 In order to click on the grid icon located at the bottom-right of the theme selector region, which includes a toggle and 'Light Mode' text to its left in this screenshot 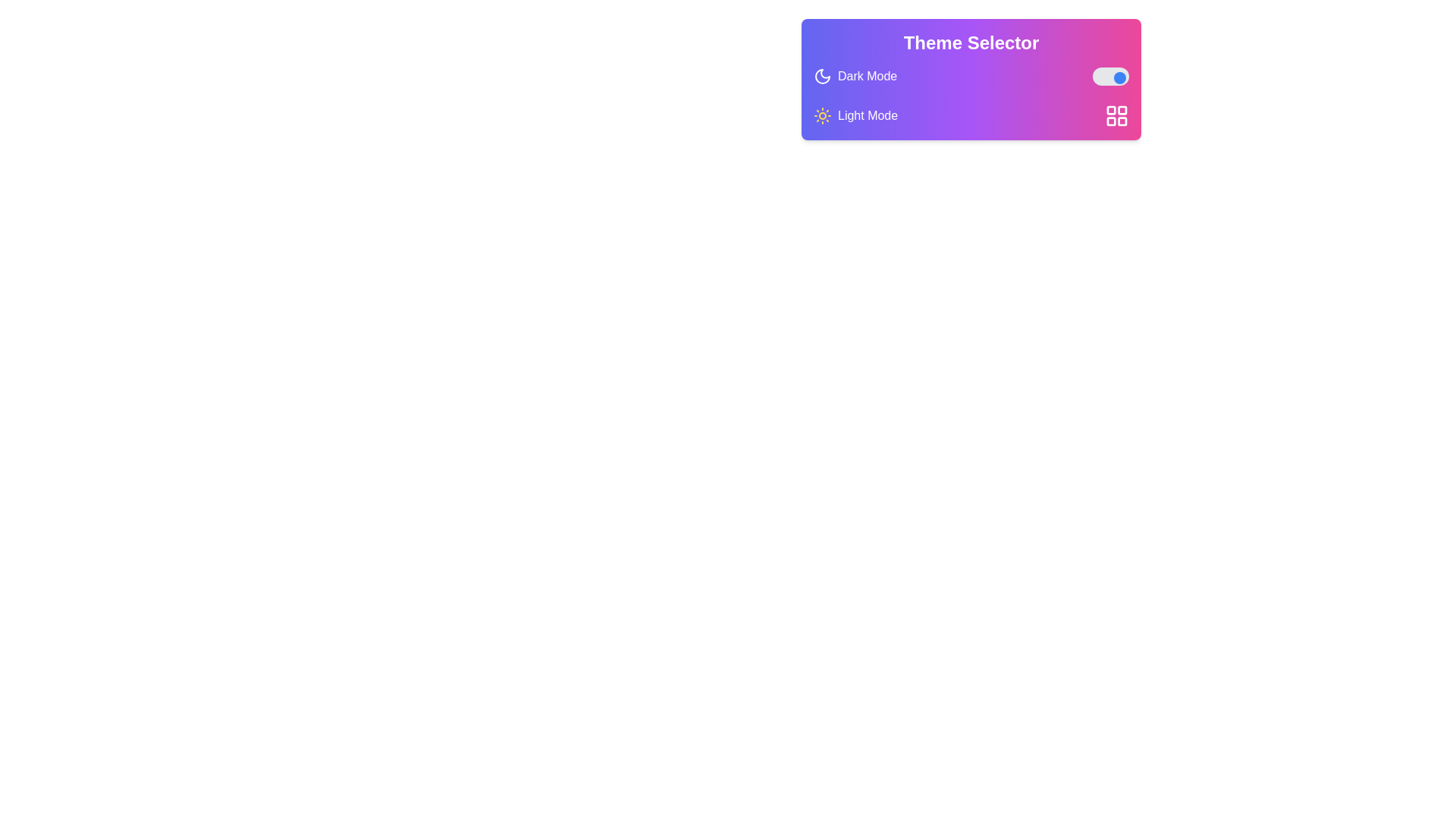, I will do `click(1117, 115)`.